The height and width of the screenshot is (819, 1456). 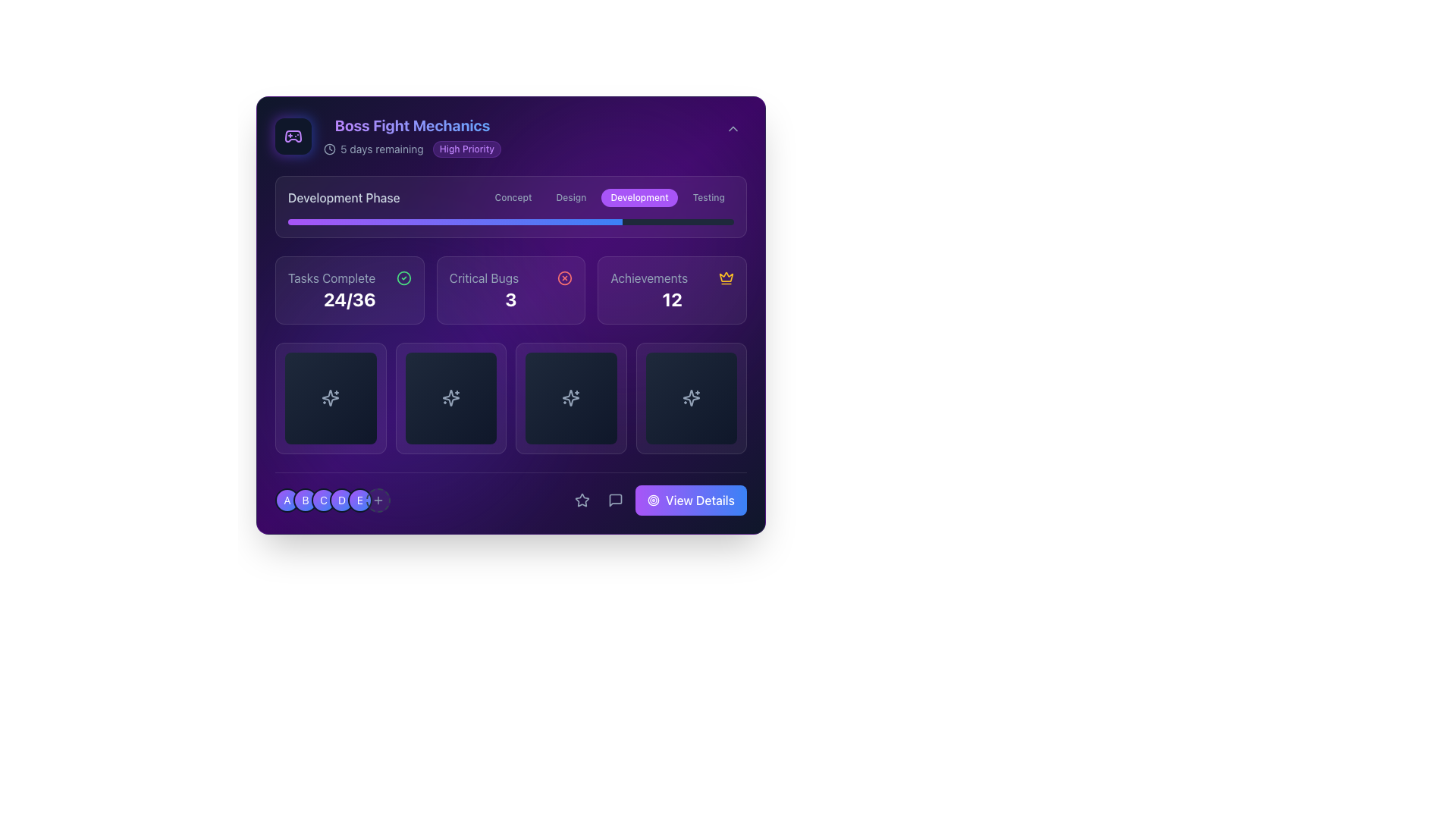 I want to click on the 'Add' or 'Create New' button located at the bottom left of the interface to change its border and text color, so click(x=378, y=500).